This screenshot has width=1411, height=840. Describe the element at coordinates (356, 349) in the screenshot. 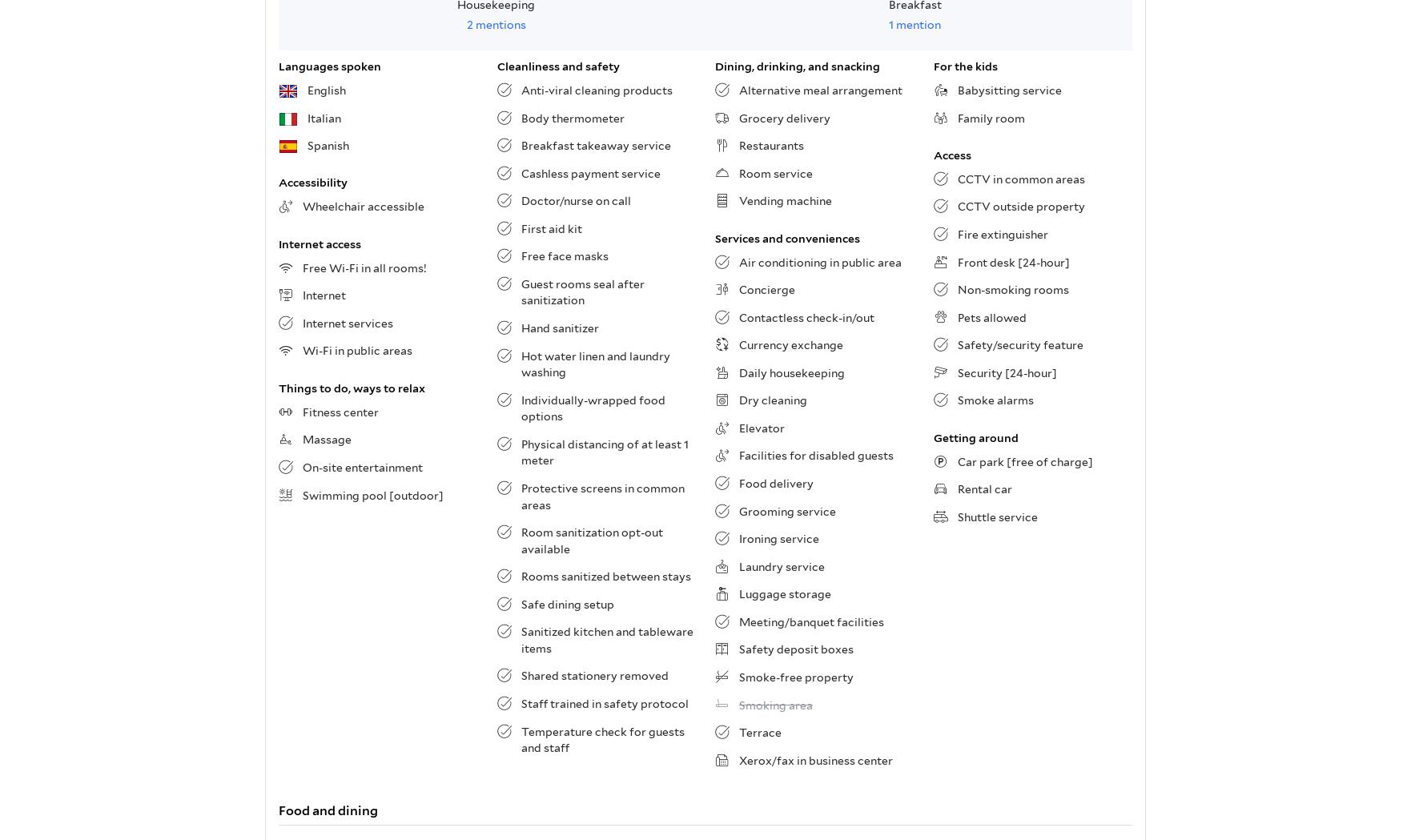

I see `'Wi-Fi in public areas'` at that location.